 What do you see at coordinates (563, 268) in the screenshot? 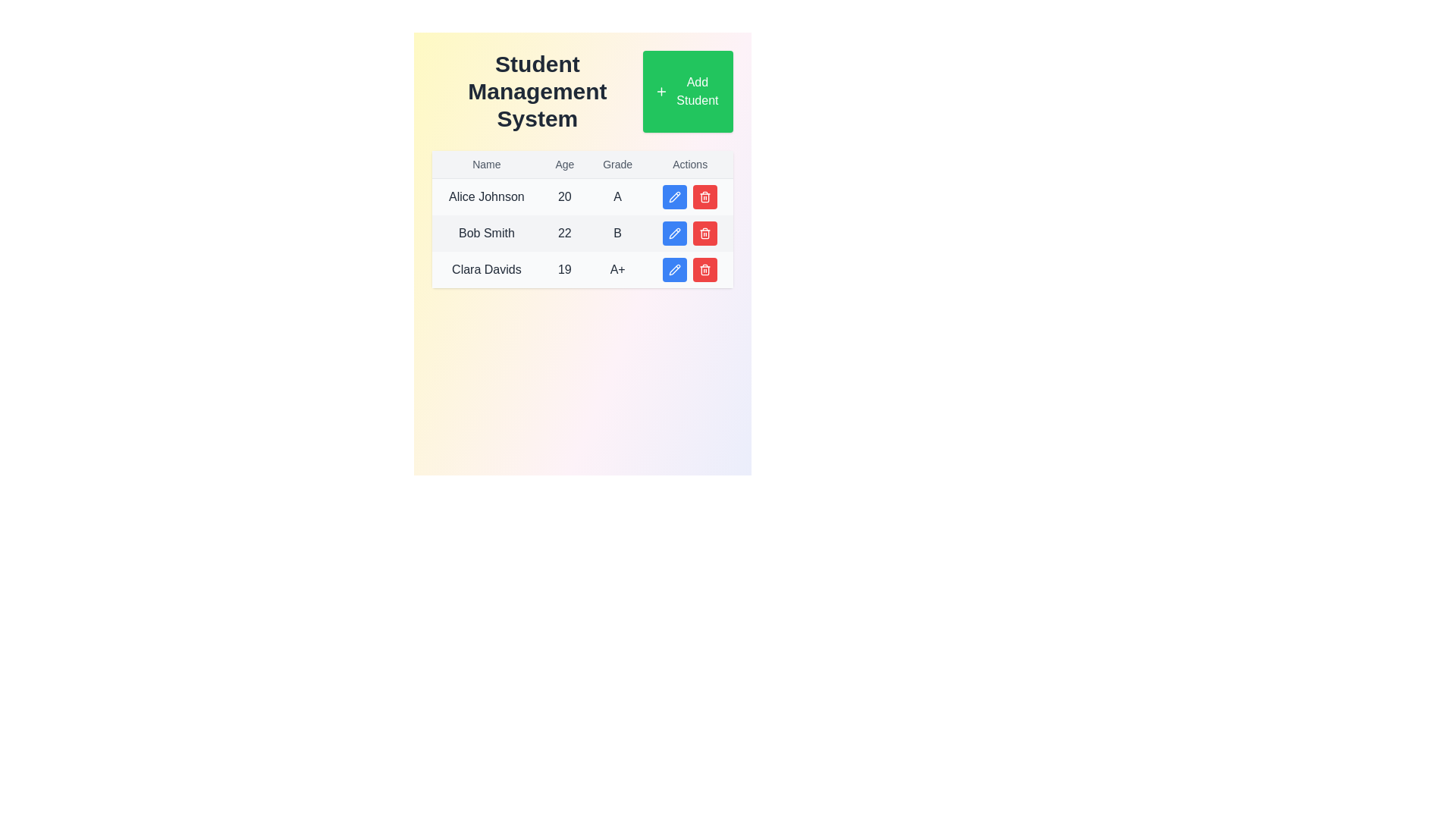
I see `the 'Age' text label for the student 'Clara Davids' located in the third row and second column of the table` at bounding box center [563, 268].